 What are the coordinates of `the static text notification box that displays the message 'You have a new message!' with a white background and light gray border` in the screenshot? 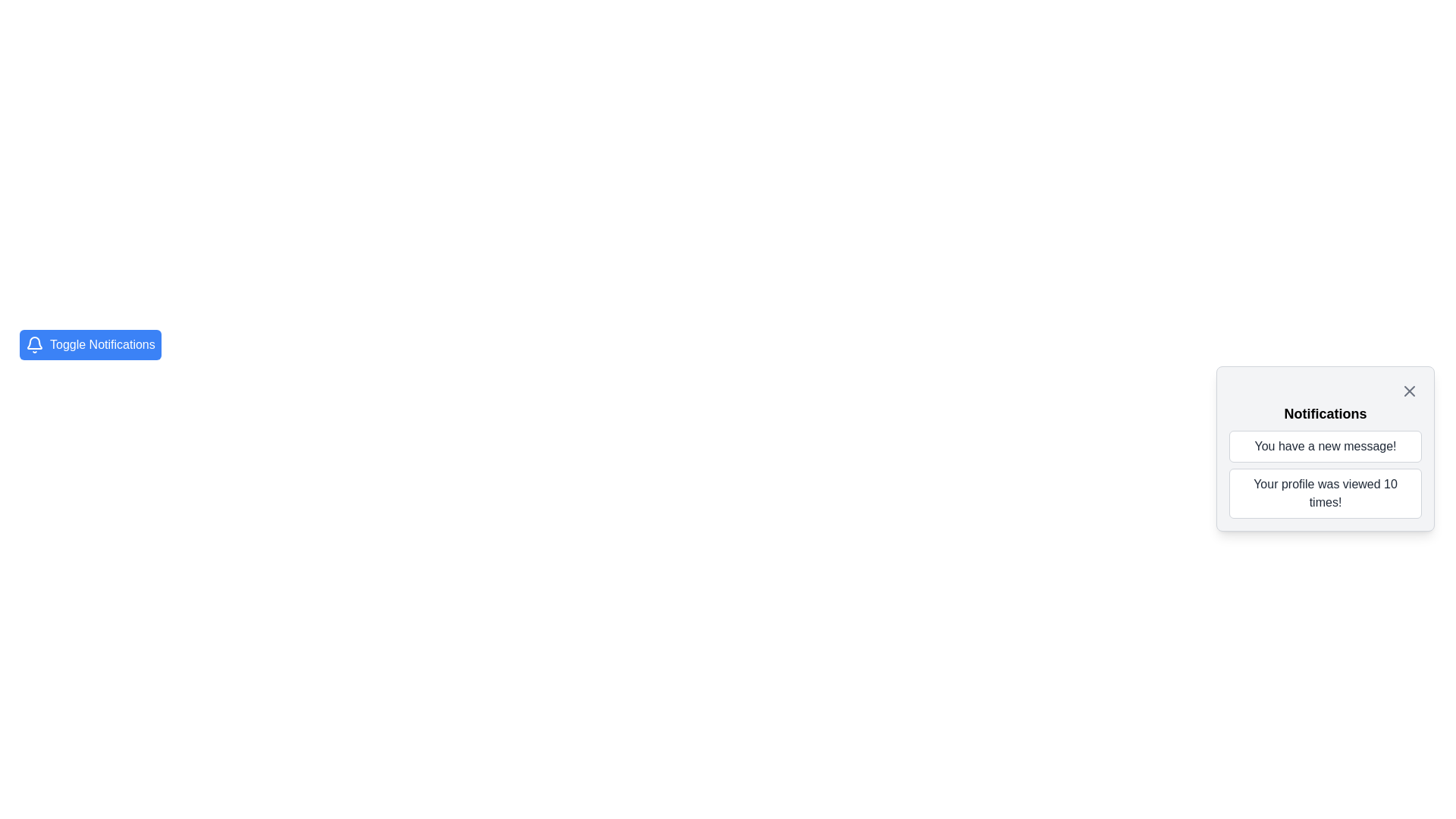 It's located at (1324, 446).